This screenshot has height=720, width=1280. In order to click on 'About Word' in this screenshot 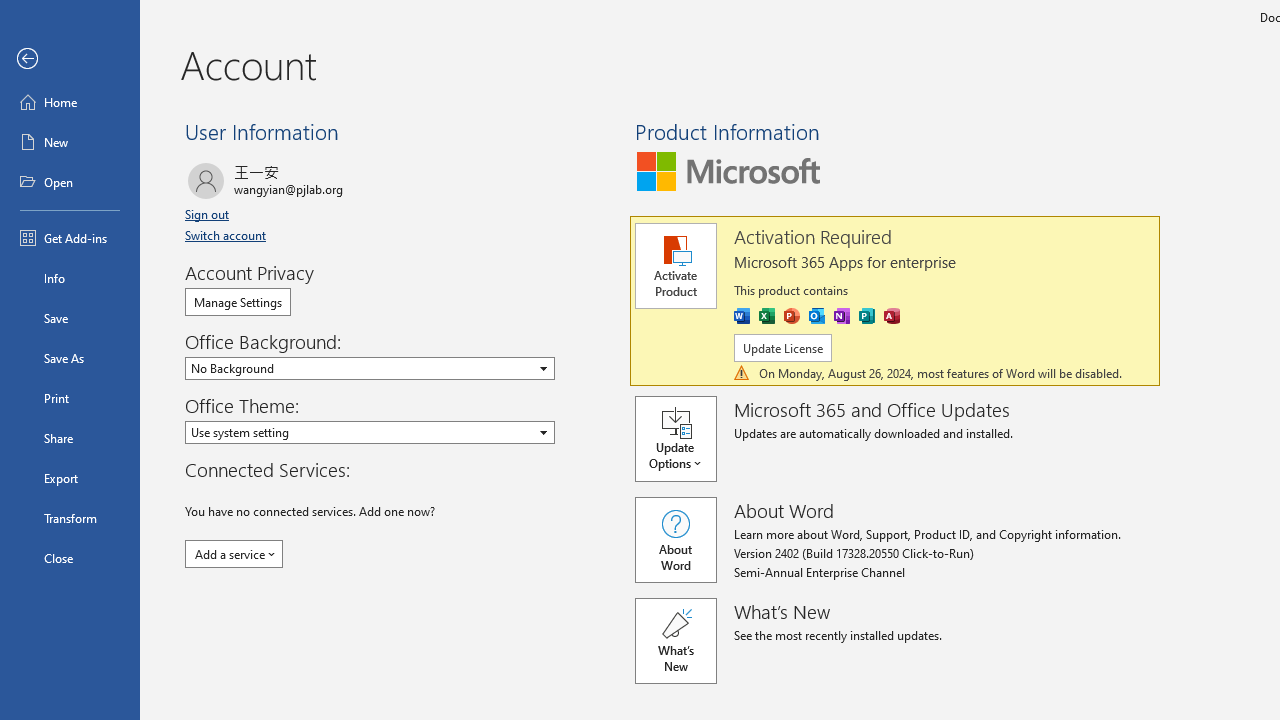, I will do `click(675, 540)`.